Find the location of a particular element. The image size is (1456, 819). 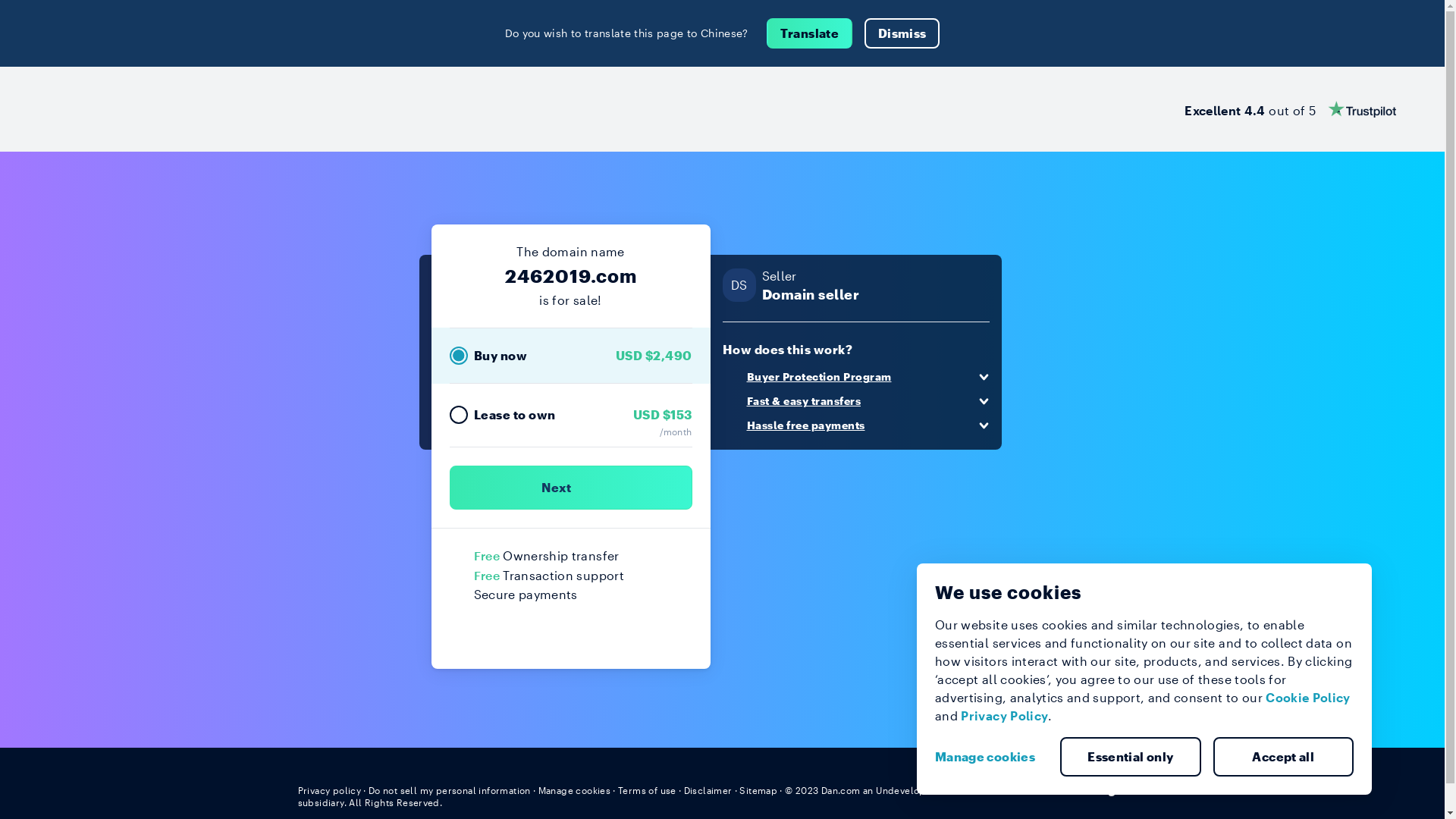

'English' is located at coordinates (1119, 789).